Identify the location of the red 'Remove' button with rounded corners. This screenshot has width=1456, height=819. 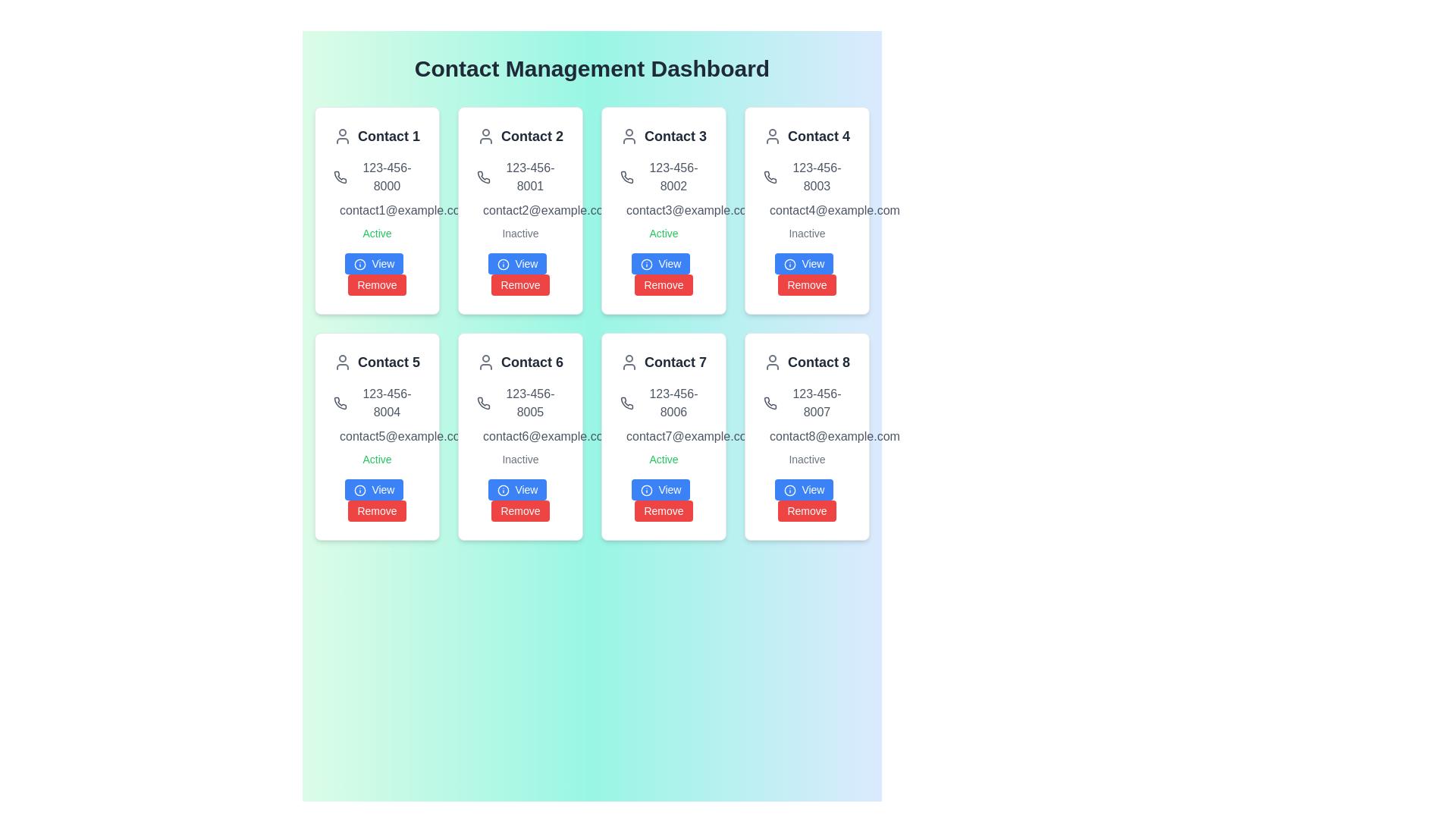
(520, 284).